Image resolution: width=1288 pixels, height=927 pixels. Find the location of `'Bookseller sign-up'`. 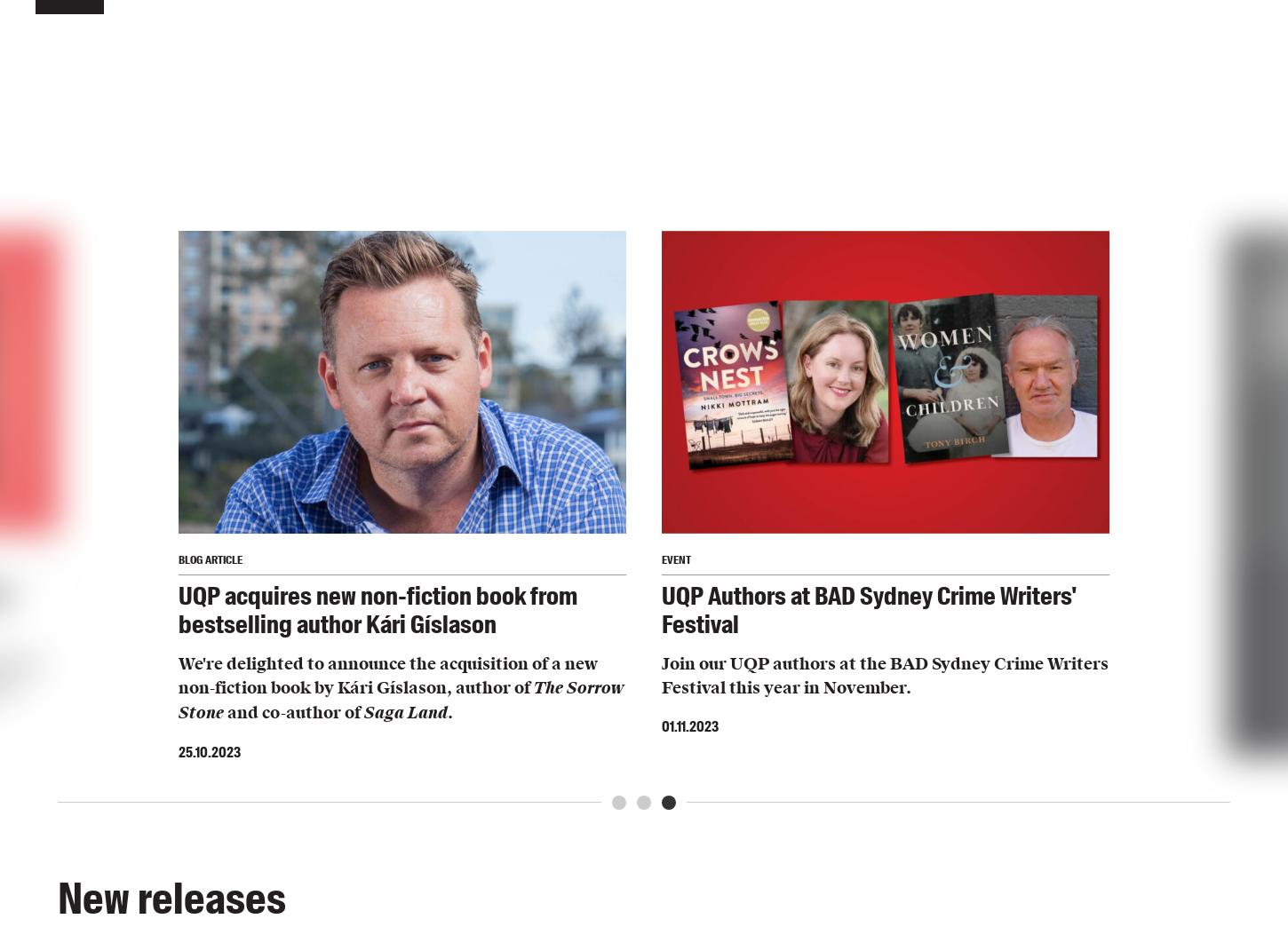

'Bookseller sign-up' is located at coordinates (517, 269).